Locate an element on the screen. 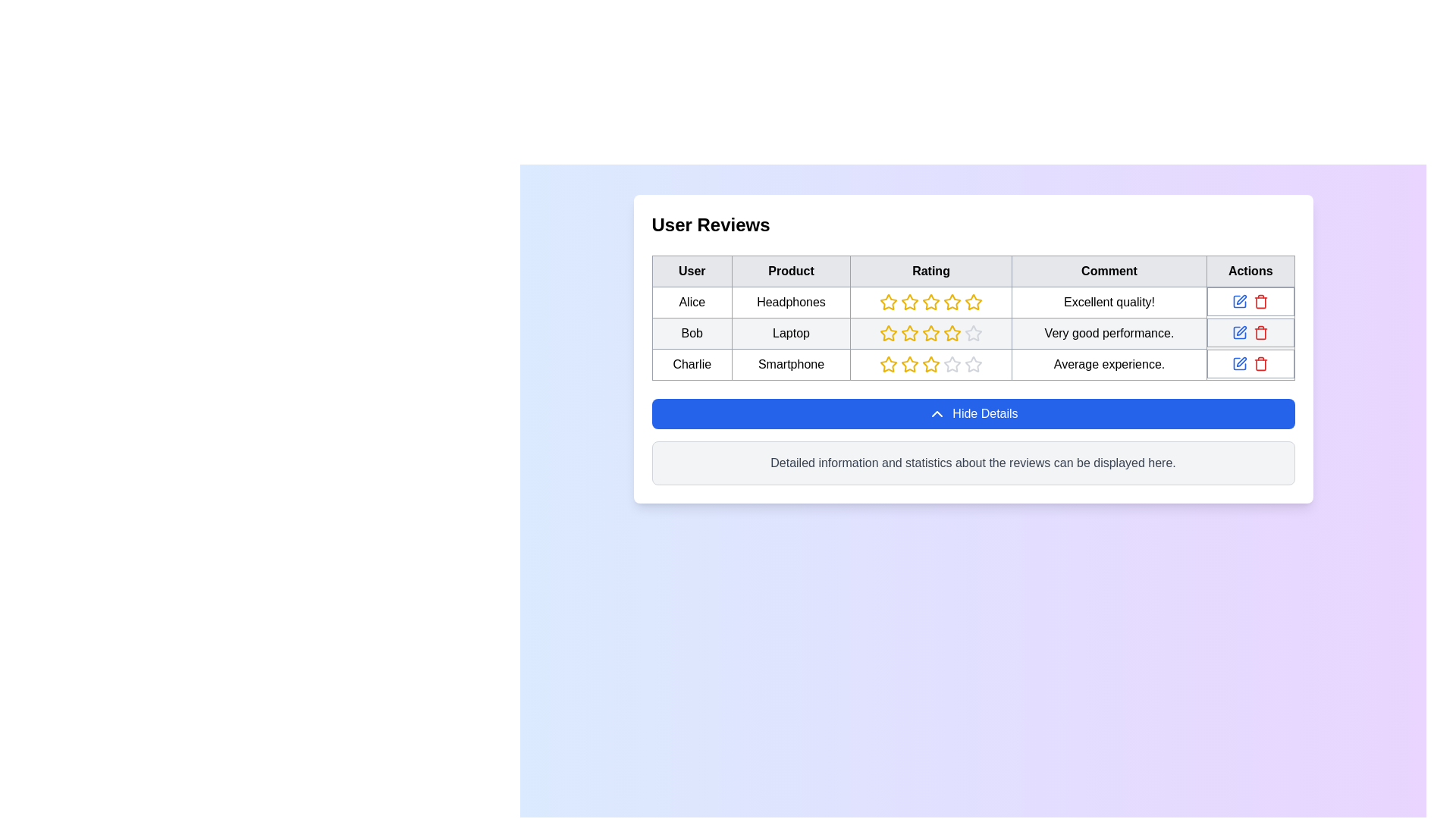 The height and width of the screenshot is (819, 1456). the second star in the Interactive star rating component for user 'Alice' and product 'Headphones' is located at coordinates (910, 302).